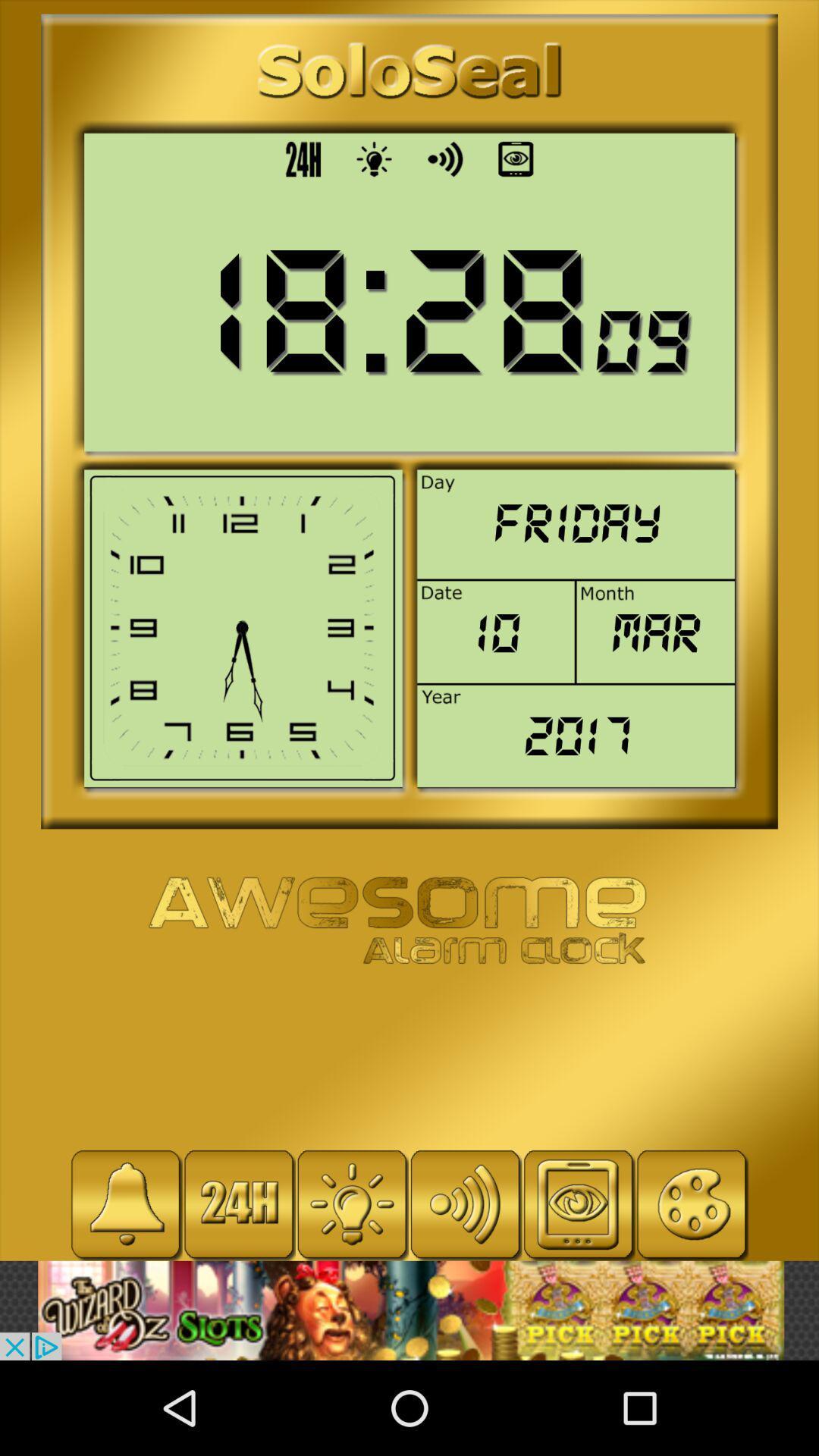  Describe the element at coordinates (239, 1203) in the screenshot. I see `change time` at that location.